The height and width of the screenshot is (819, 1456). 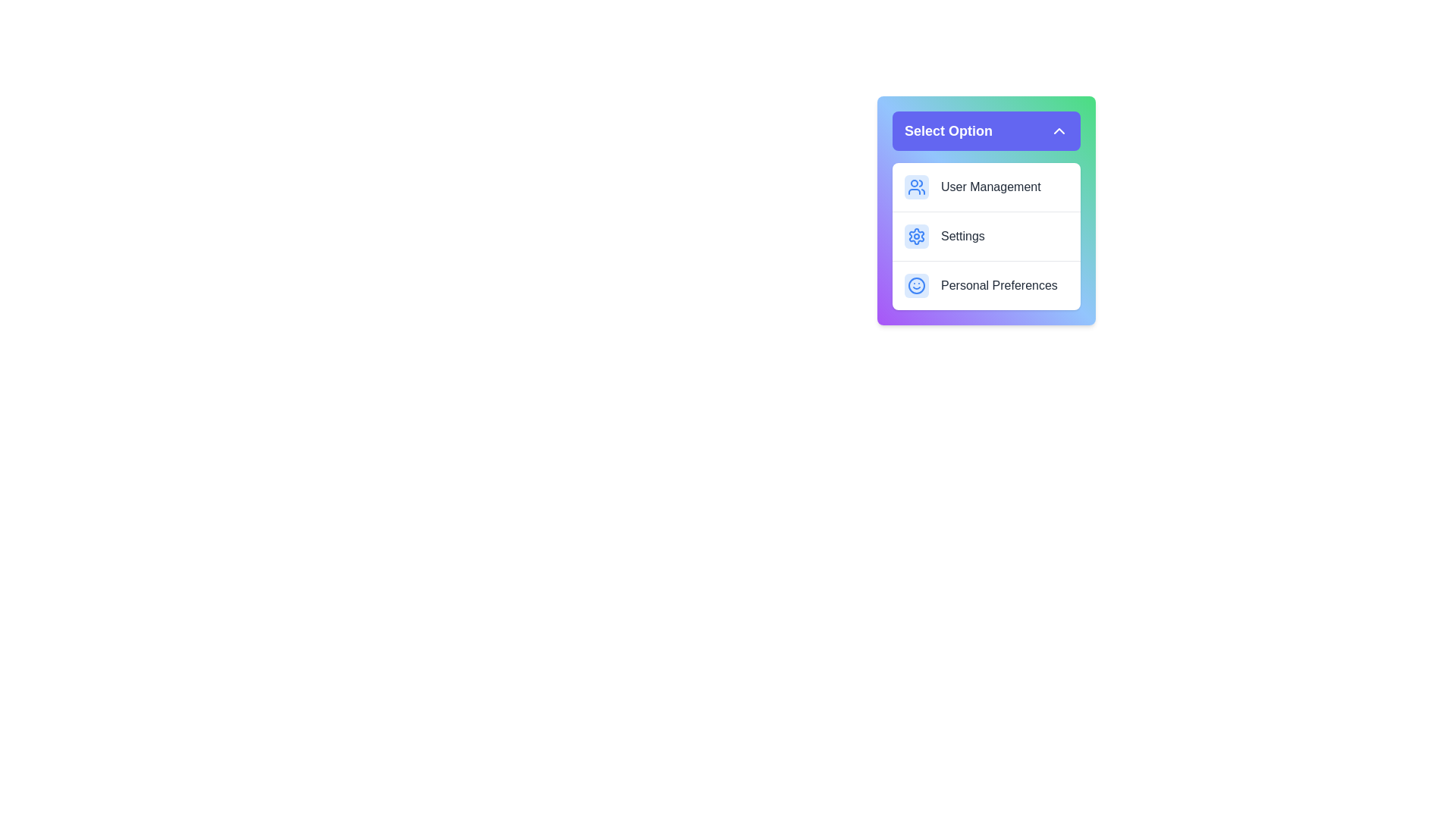 I want to click on the 'User Management' label in the selection menu, so click(x=990, y=186).